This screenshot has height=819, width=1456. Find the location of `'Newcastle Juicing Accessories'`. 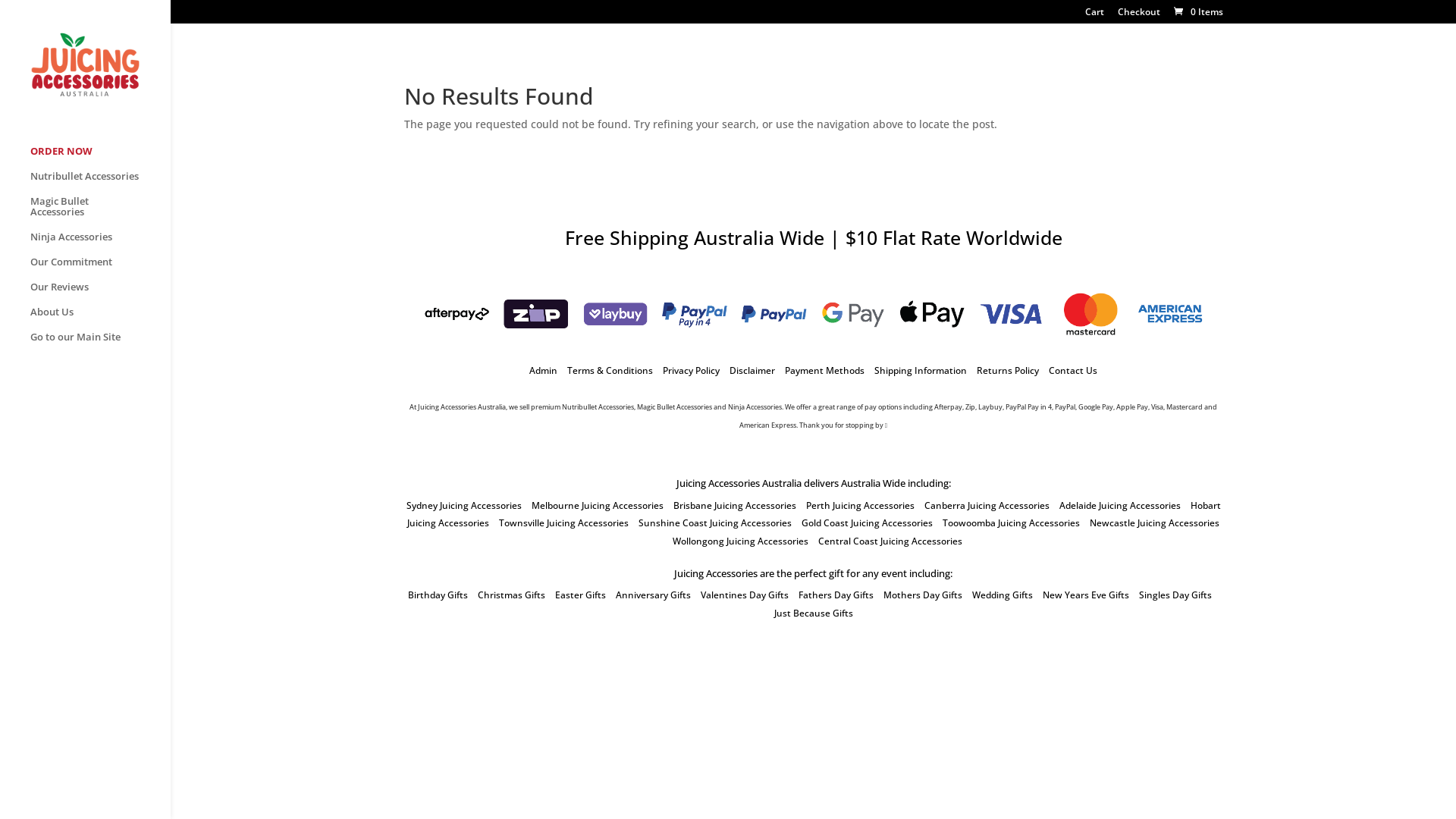

'Newcastle Juicing Accessories' is located at coordinates (1153, 522).